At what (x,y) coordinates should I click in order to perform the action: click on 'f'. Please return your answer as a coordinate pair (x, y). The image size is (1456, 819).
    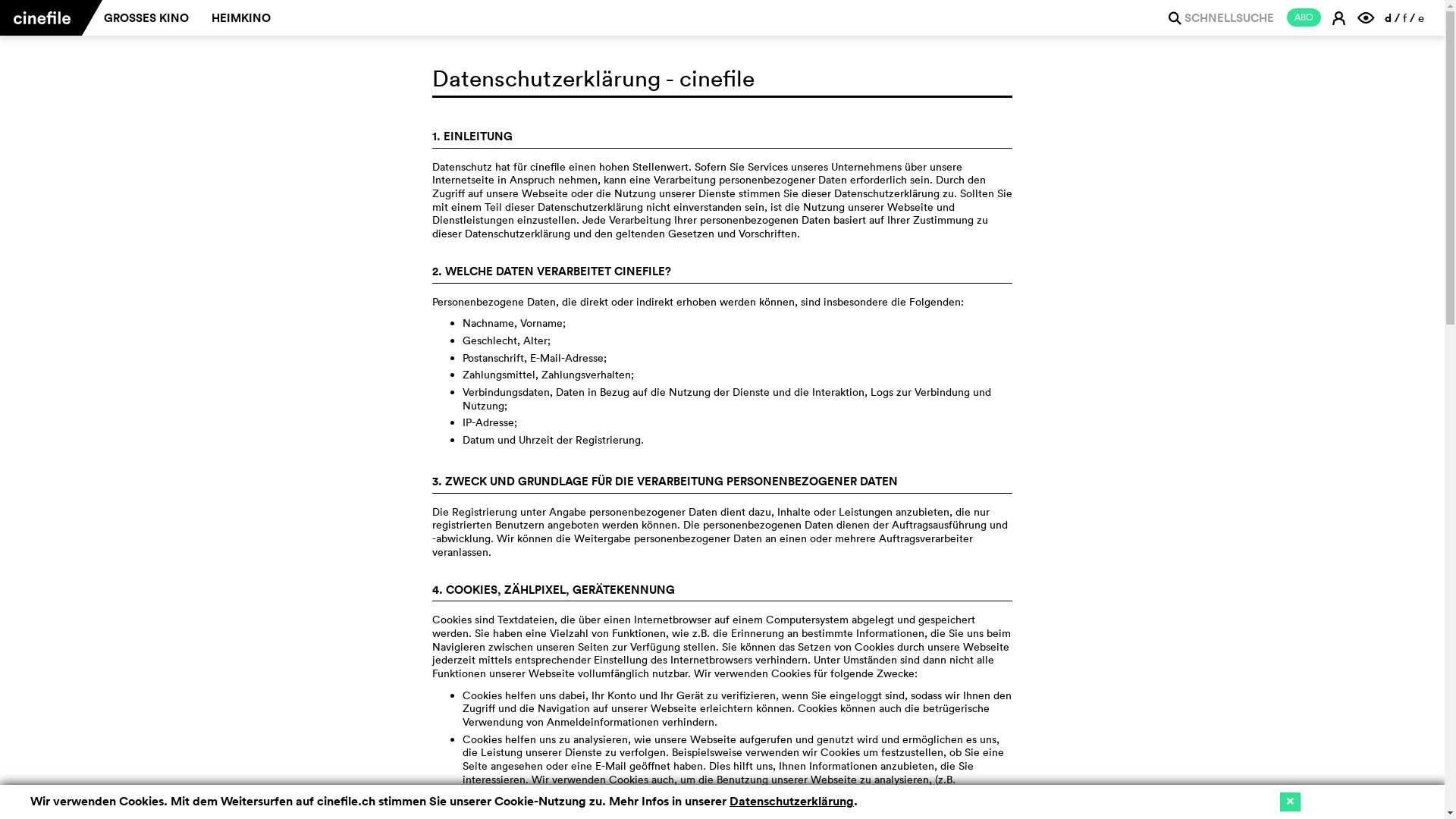
    Looking at the image, I should click on (1404, 17).